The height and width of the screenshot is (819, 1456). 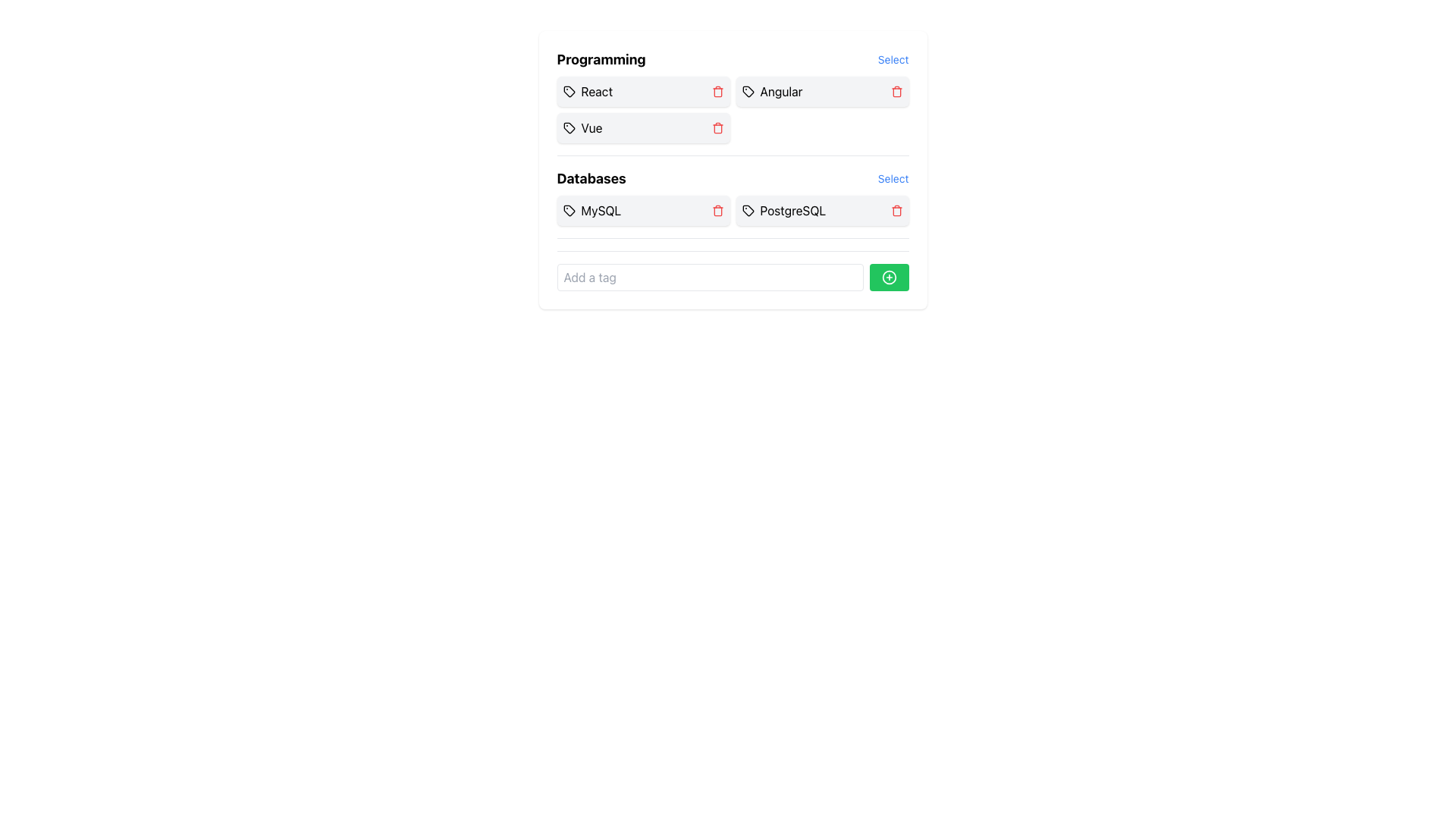 What do you see at coordinates (821, 210) in the screenshot?
I see `the selectable option for the database 'PostgreSQL' represented as a button-like list item in the 'Databases' section` at bounding box center [821, 210].